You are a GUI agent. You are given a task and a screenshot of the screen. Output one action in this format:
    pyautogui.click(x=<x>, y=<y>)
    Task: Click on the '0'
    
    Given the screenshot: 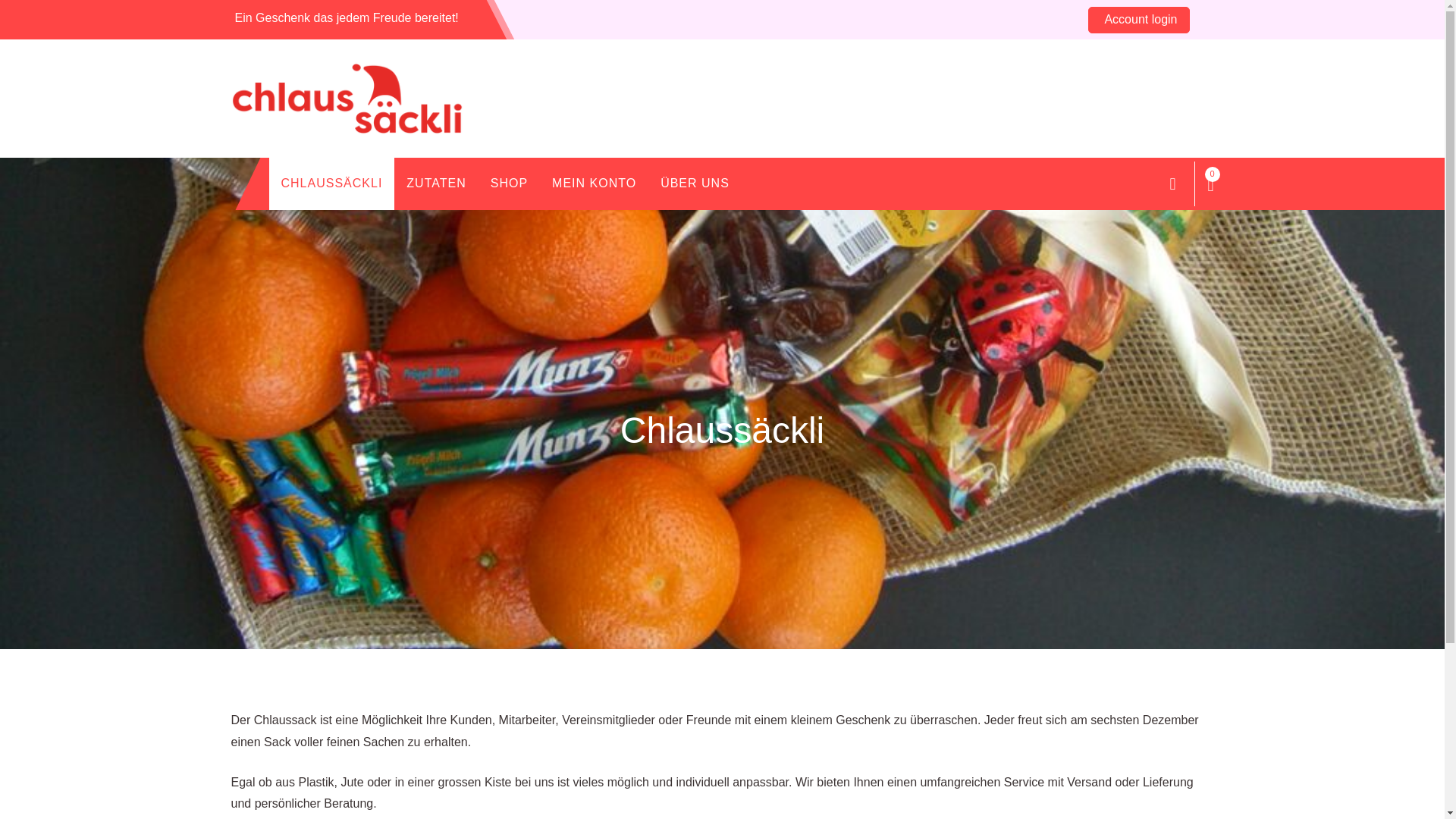 What is the action you would take?
    pyautogui.click(x=1210, y=183)
    